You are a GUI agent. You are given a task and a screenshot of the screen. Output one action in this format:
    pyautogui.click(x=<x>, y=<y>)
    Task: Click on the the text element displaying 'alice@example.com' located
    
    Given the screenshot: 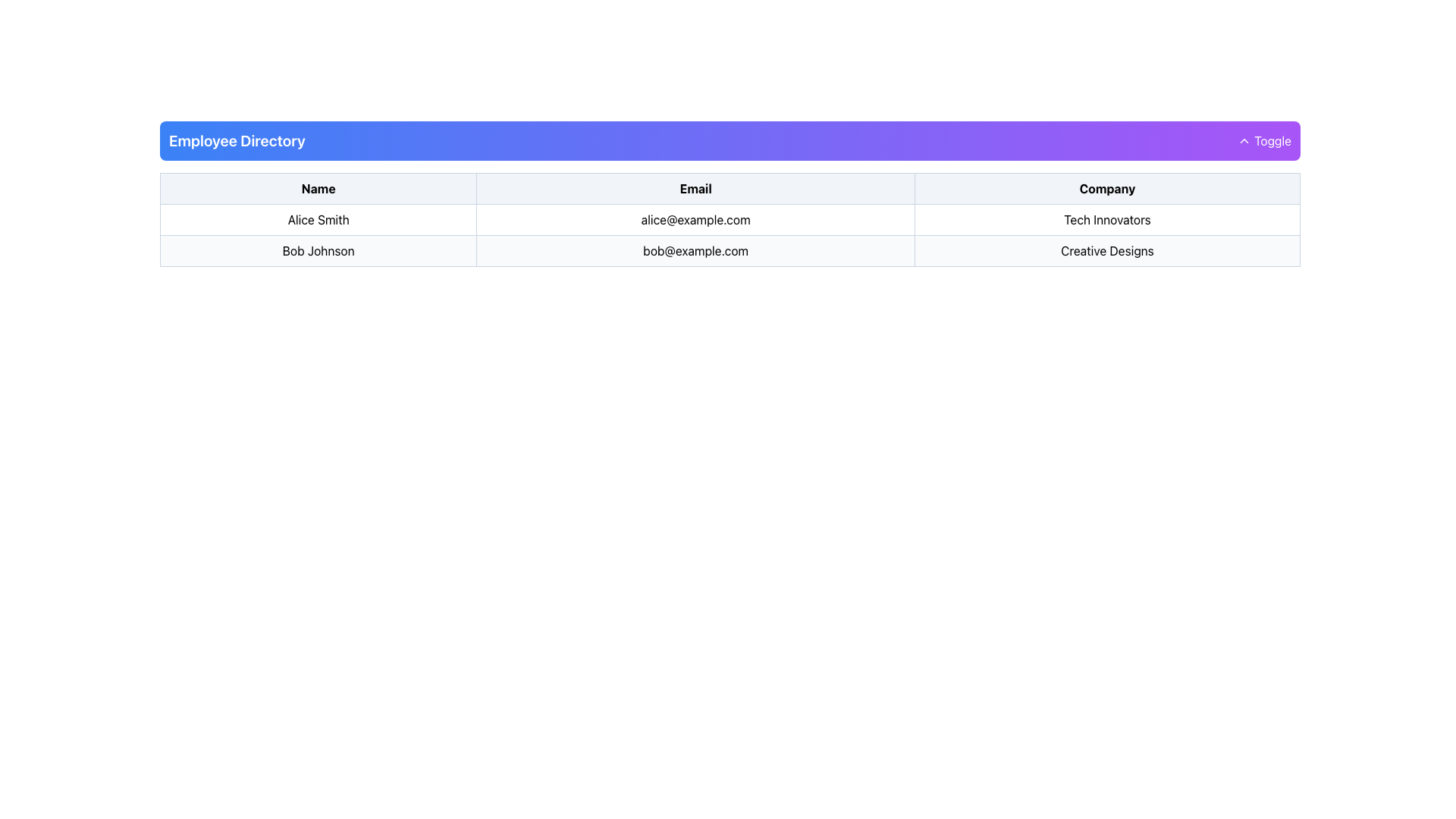 What is the action you would take?
    pyautogui.click(x=695, y=219)
    